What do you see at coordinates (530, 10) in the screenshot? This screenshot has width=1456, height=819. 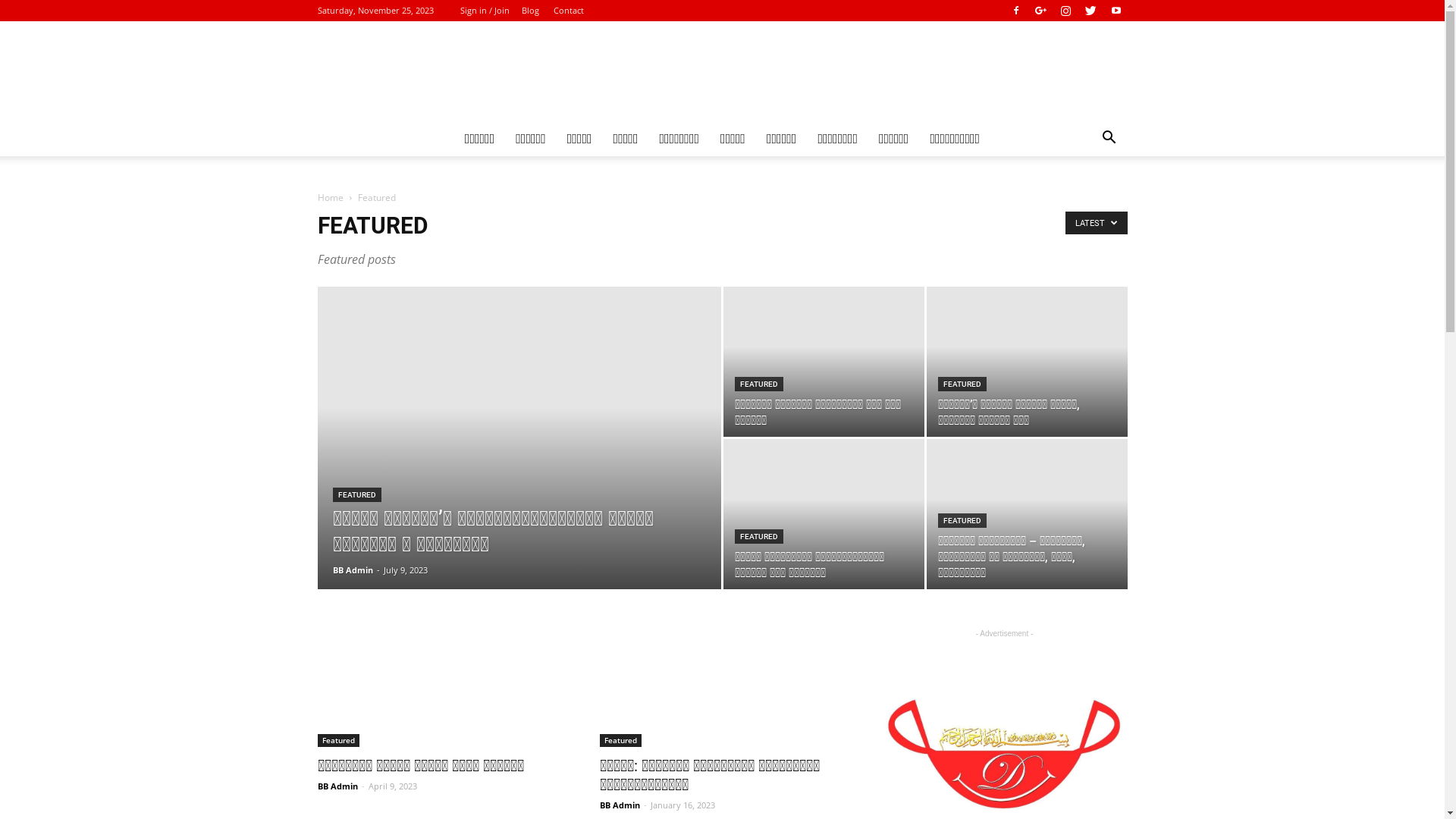 I see `'Blog'` at bounding box center [530, 10].